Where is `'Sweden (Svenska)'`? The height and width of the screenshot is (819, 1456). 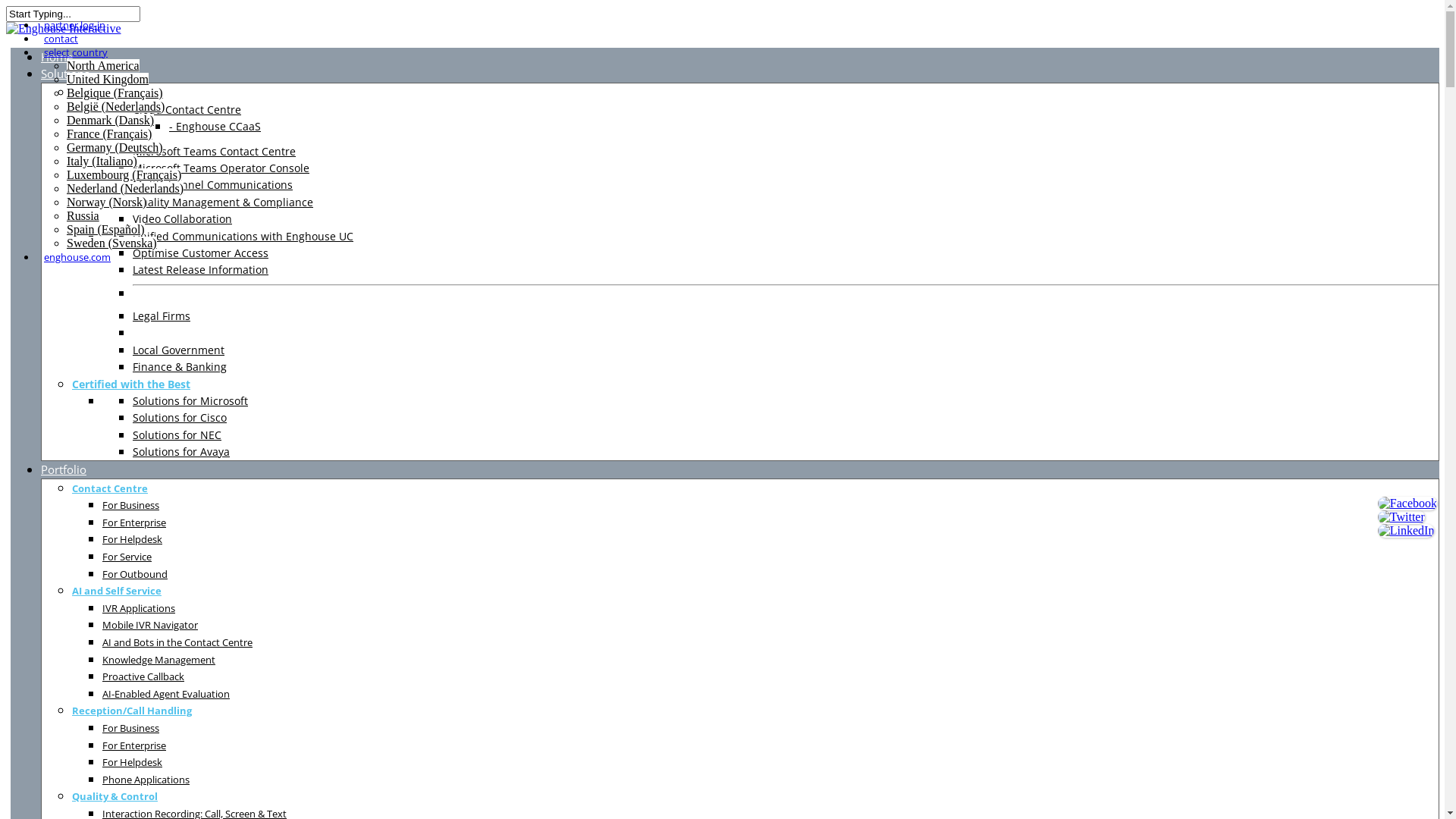
'Sweden (Svenska)' is located at coordinates (111, 242).